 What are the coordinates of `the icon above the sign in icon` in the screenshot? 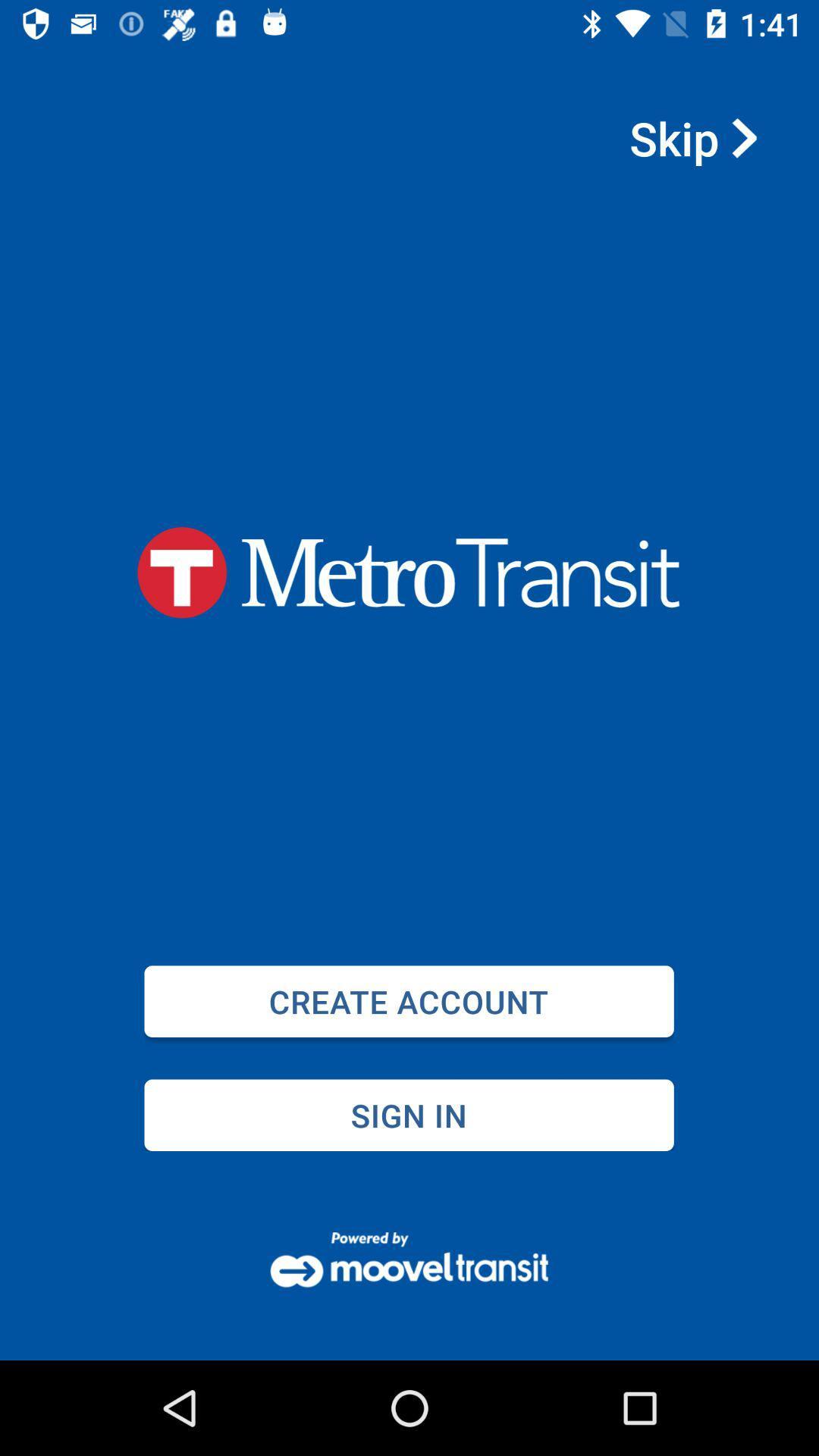 It's located at (408, 1001).